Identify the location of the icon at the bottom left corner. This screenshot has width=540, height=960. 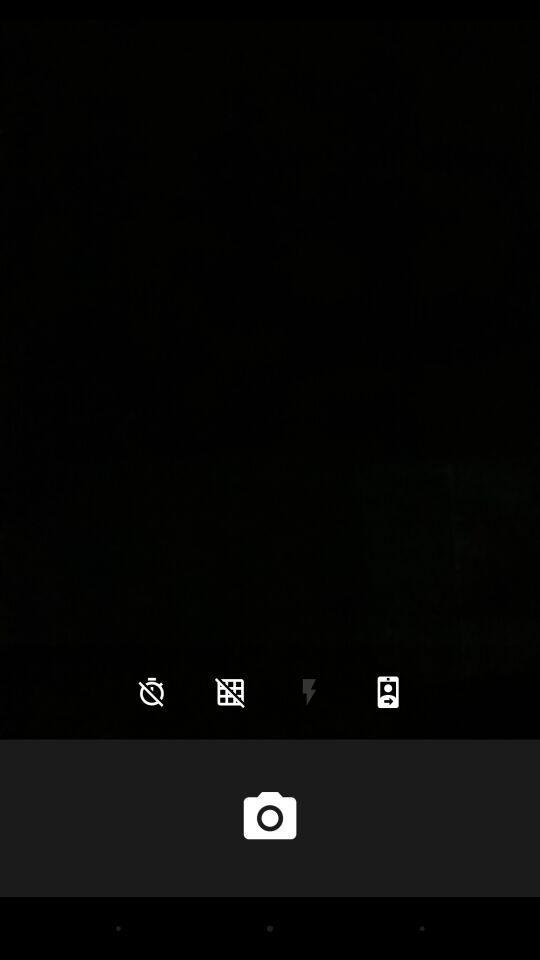
(150, 692).